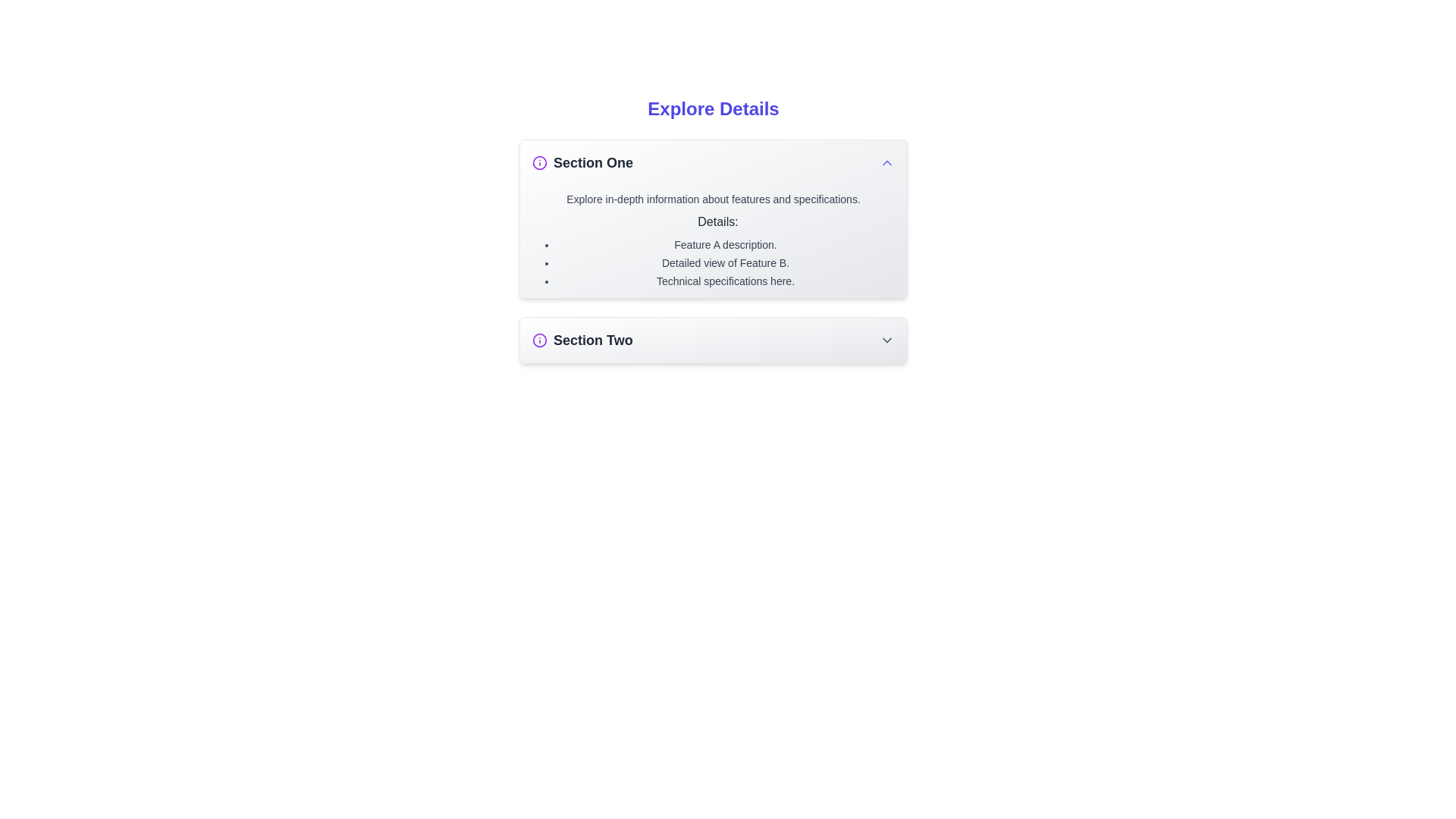 The image size is (1456, 819). What do you see at coordinates (712, 198) in the screenshot?
I see `the introductory headline text located beneath the 'Section One' heading` at bounding box center [712, 198].